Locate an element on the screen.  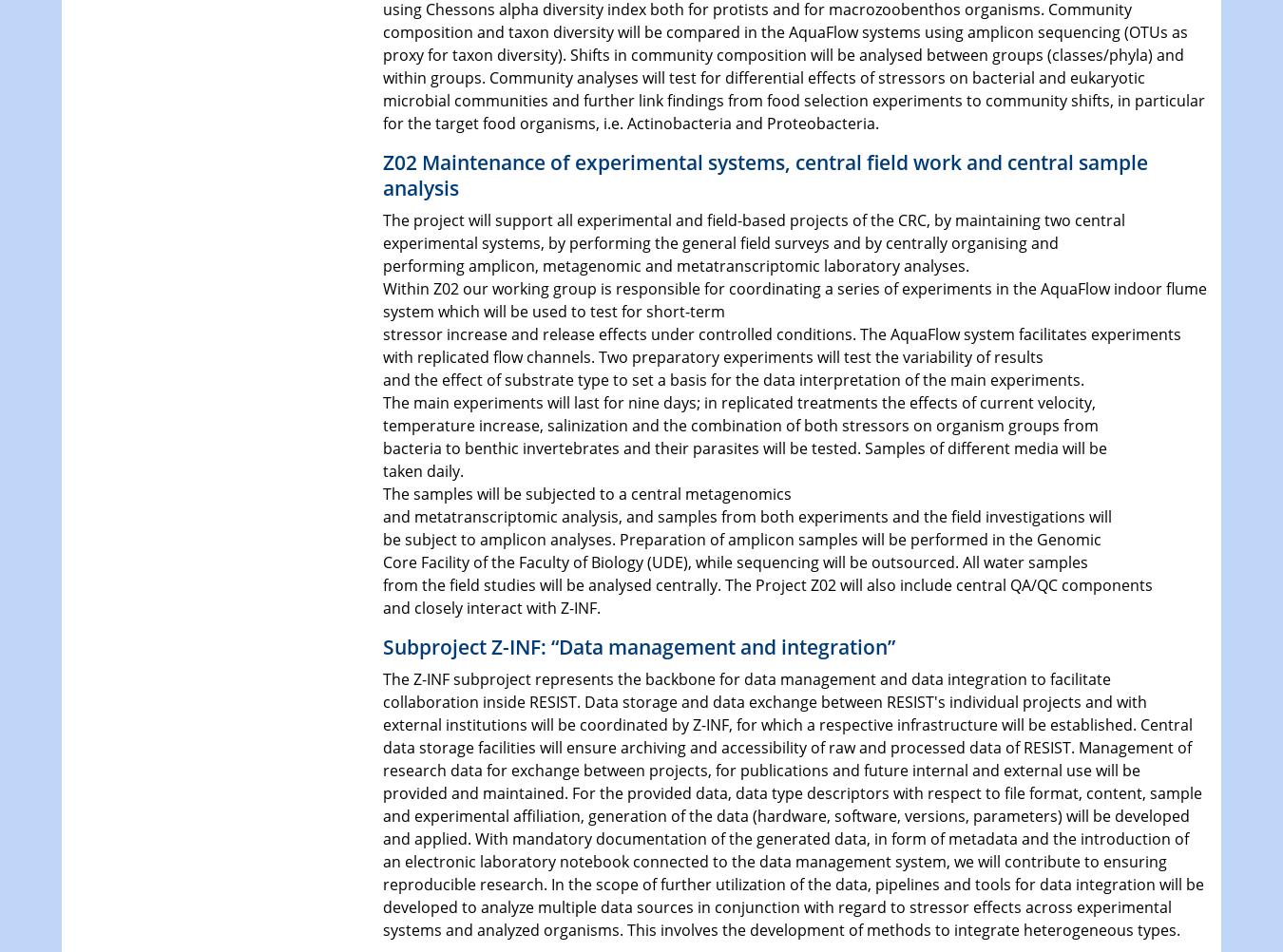
'Z02 Maintenance of experimental systems, central field work and central sample analysis' is located at coordinates (764, 174).